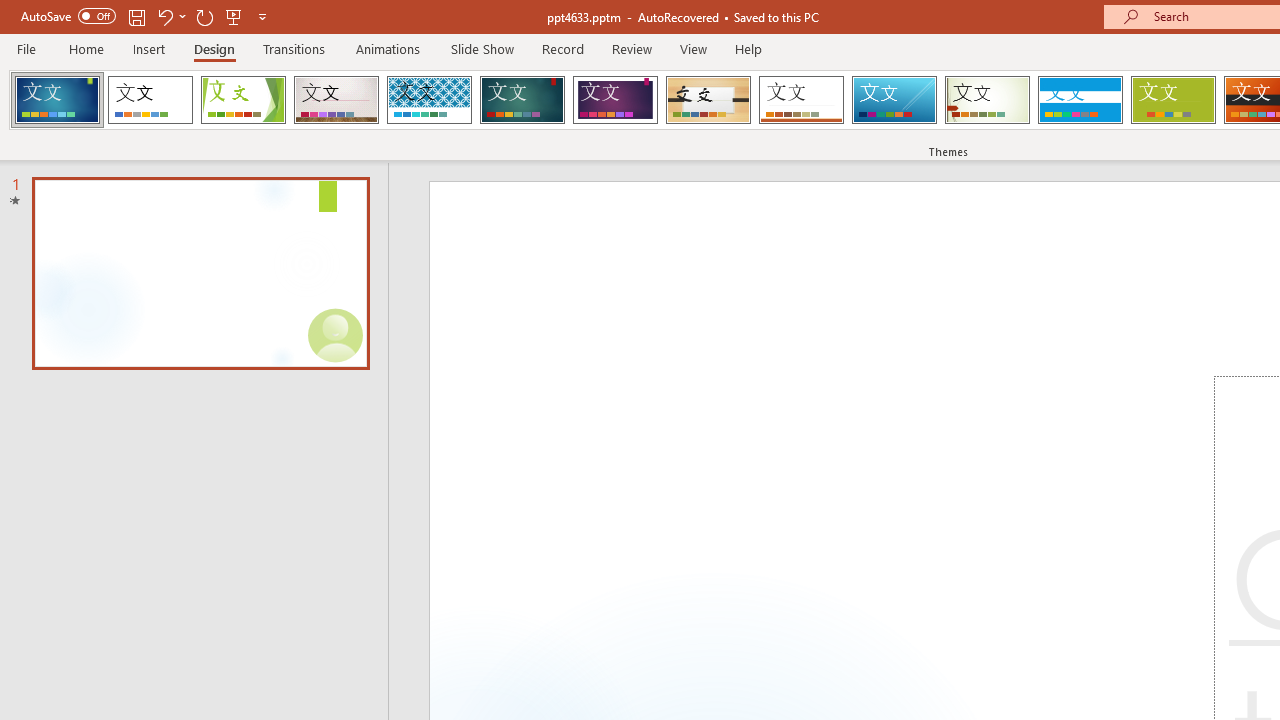 The width and height of the screenshot is (1280, 720). I want to click on 'Facet', so click(242, 100).